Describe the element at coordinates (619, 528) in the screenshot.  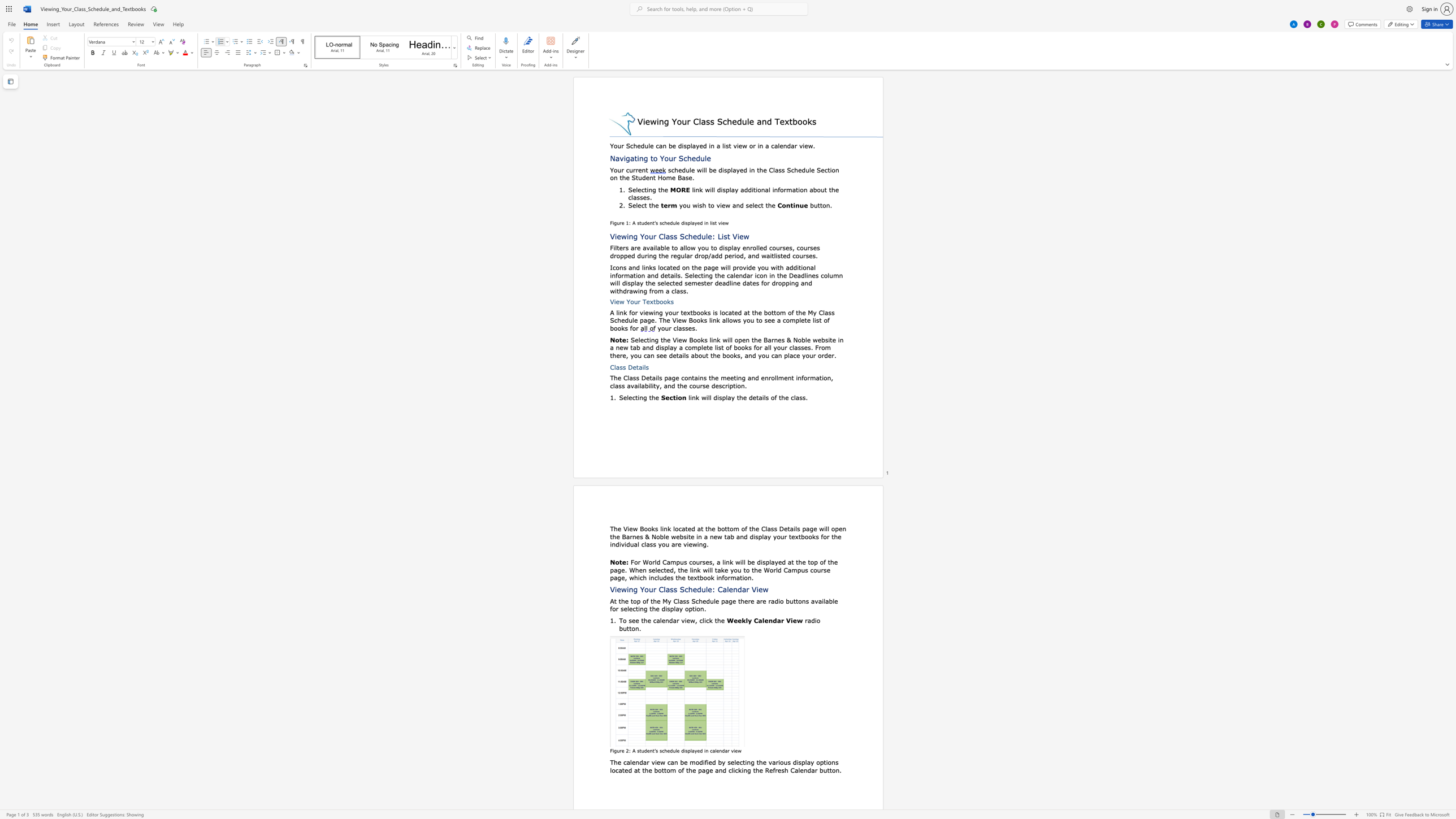
I see `the 1th character "e" in the text` at that location.